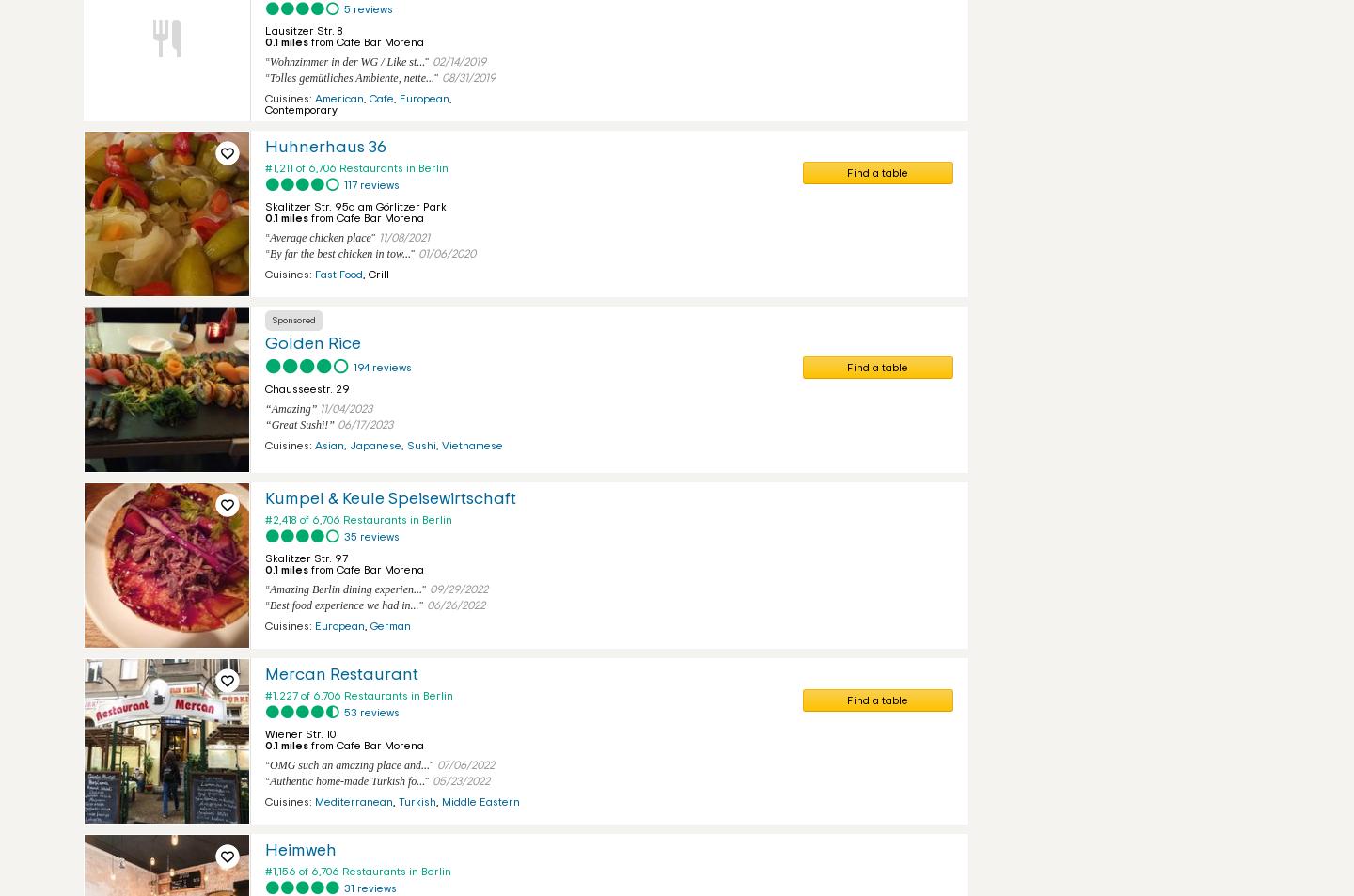  What do you see at coordinates (348, 764) in the screenshot?
I see `'OMG such an amazing place and...'` at bounding box center [348, 764].